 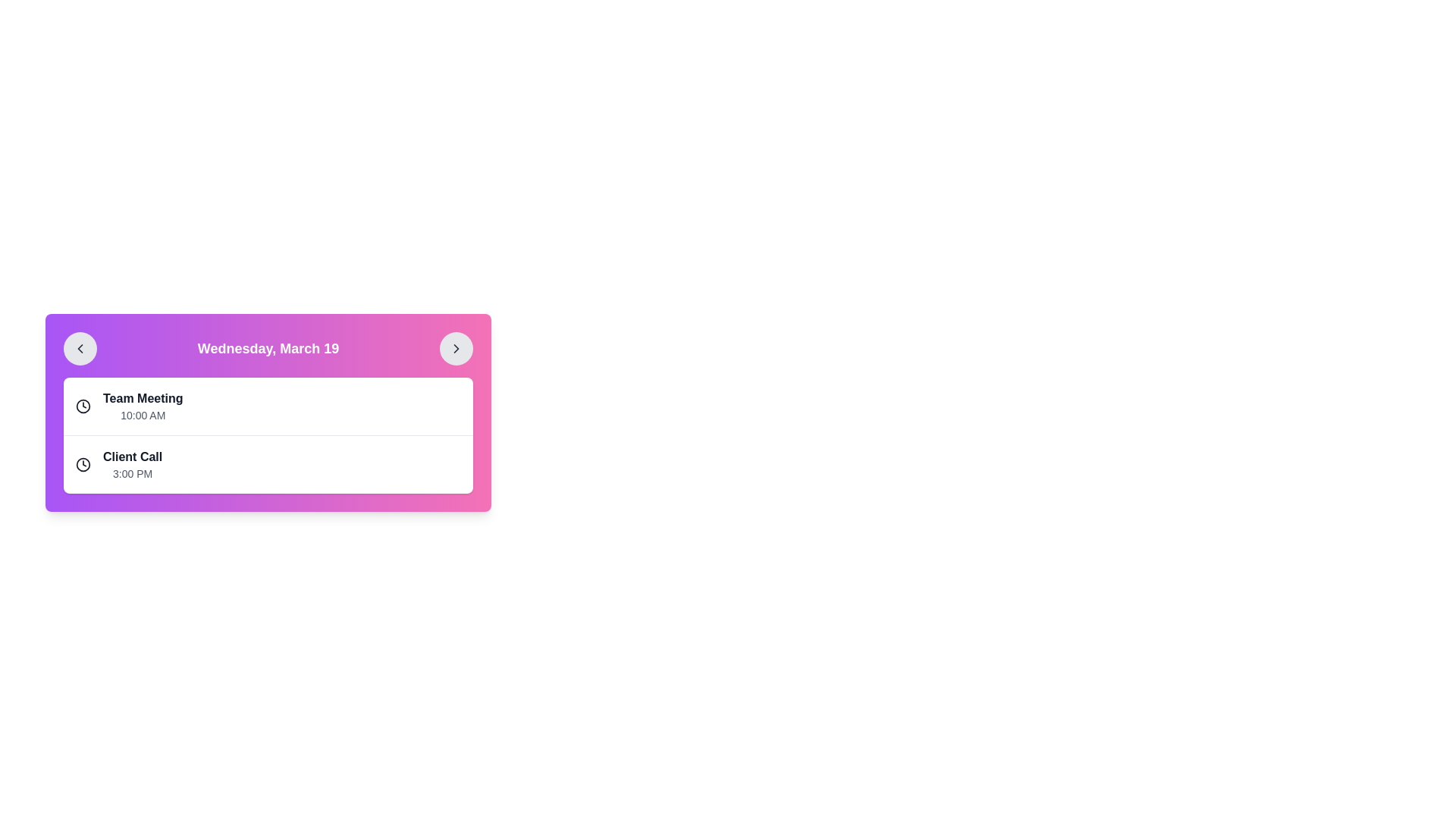 I want to click on the clock icon, which is circular in shape and located to the left of the text 'Client Call' and '3:00 PM' within a card layout, so click(x=83, y=464).